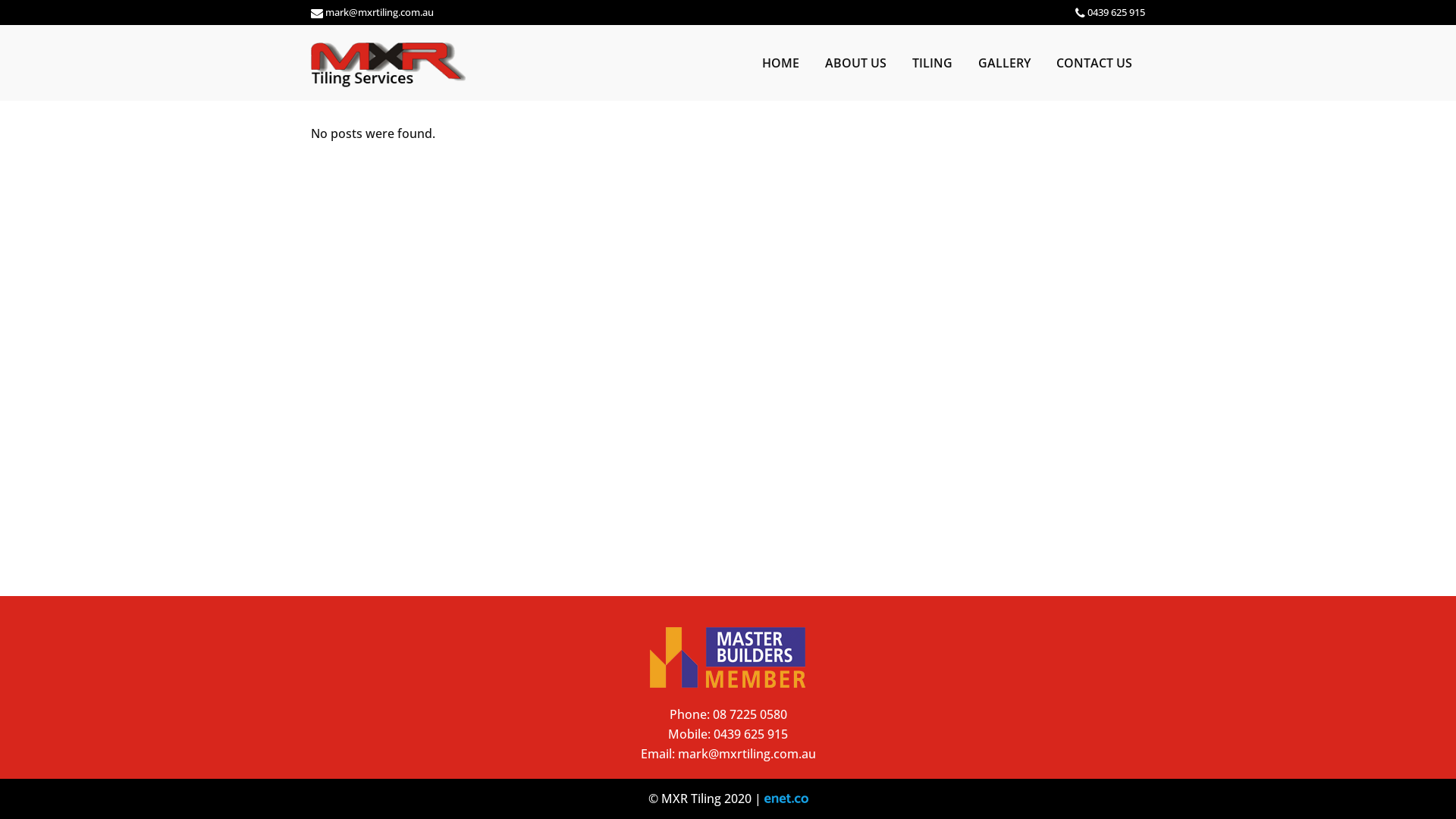 This screenshot has height=819, width=1456. I want to click on '08 7225 0580', so click(749, 714).